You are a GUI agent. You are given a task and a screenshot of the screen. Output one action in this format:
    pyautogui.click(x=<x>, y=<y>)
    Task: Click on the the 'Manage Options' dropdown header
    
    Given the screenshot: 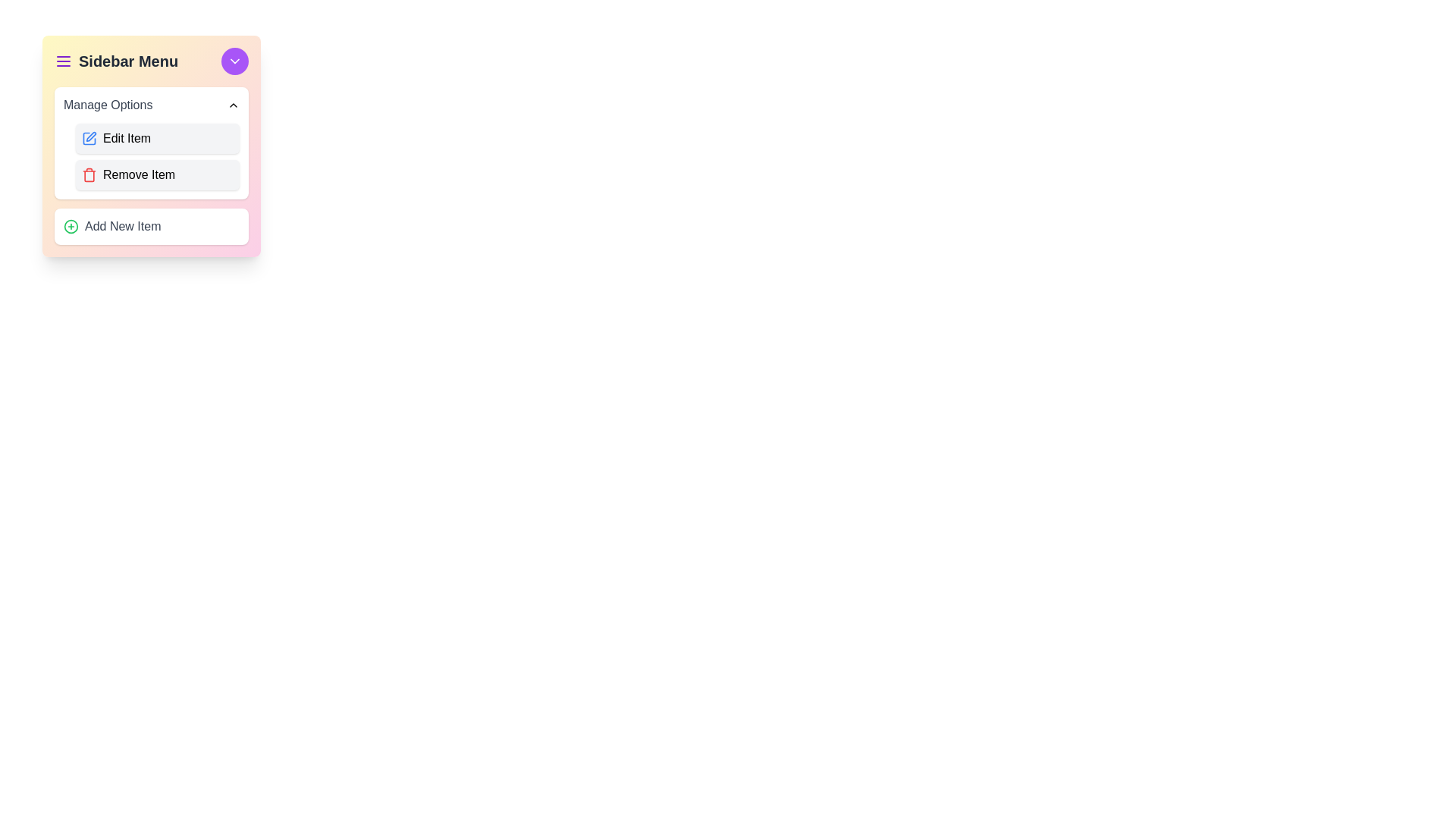 What is the action you would take?
    pyautogui.click(x=152, y=104)
    